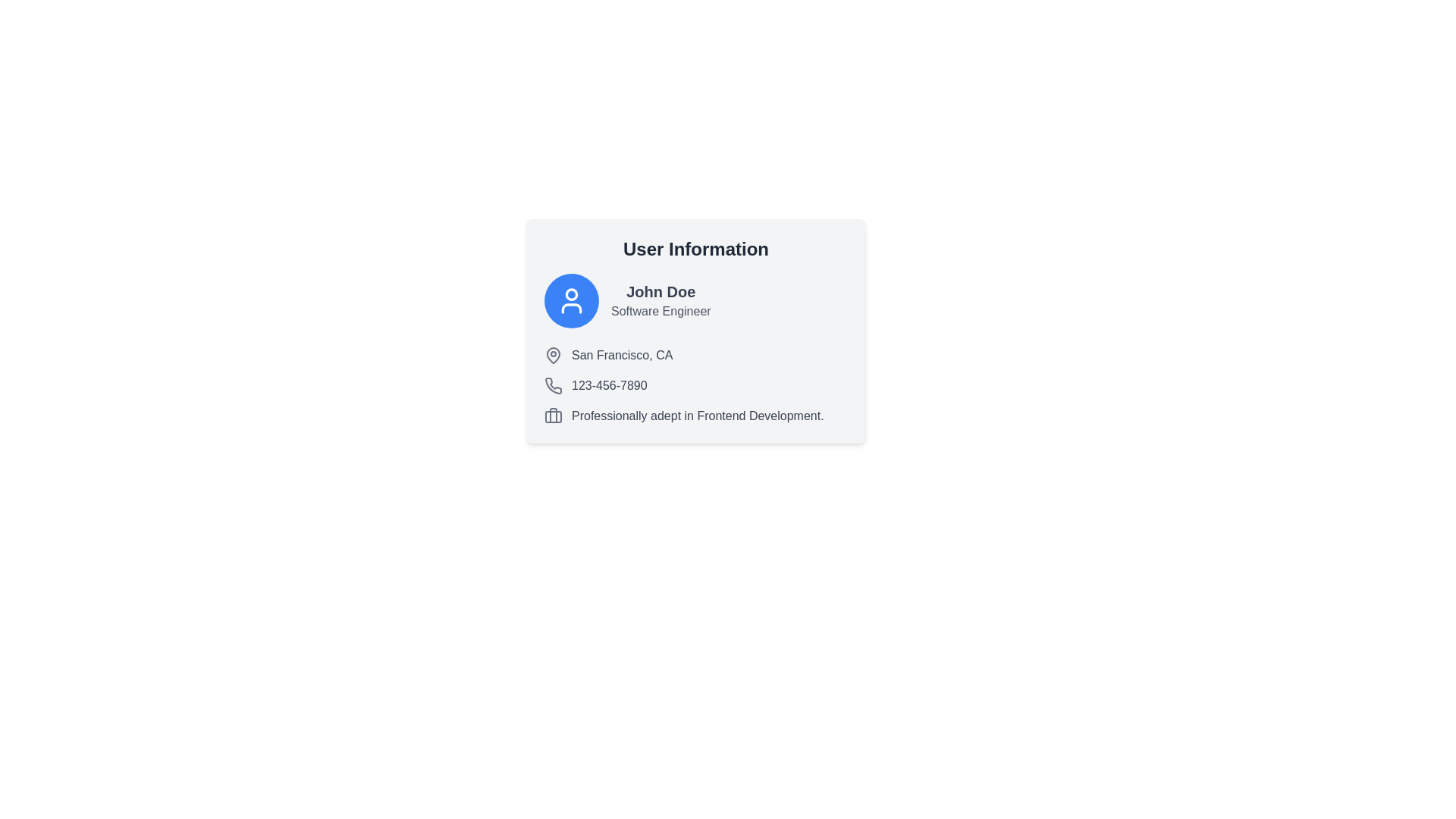  What do you see at coordinates (570, 301) in the screenshot?
I see `the profile icon located at the top-left corner of the user information card, which precedes the user's name and job title` at bounding box center [570, 301].